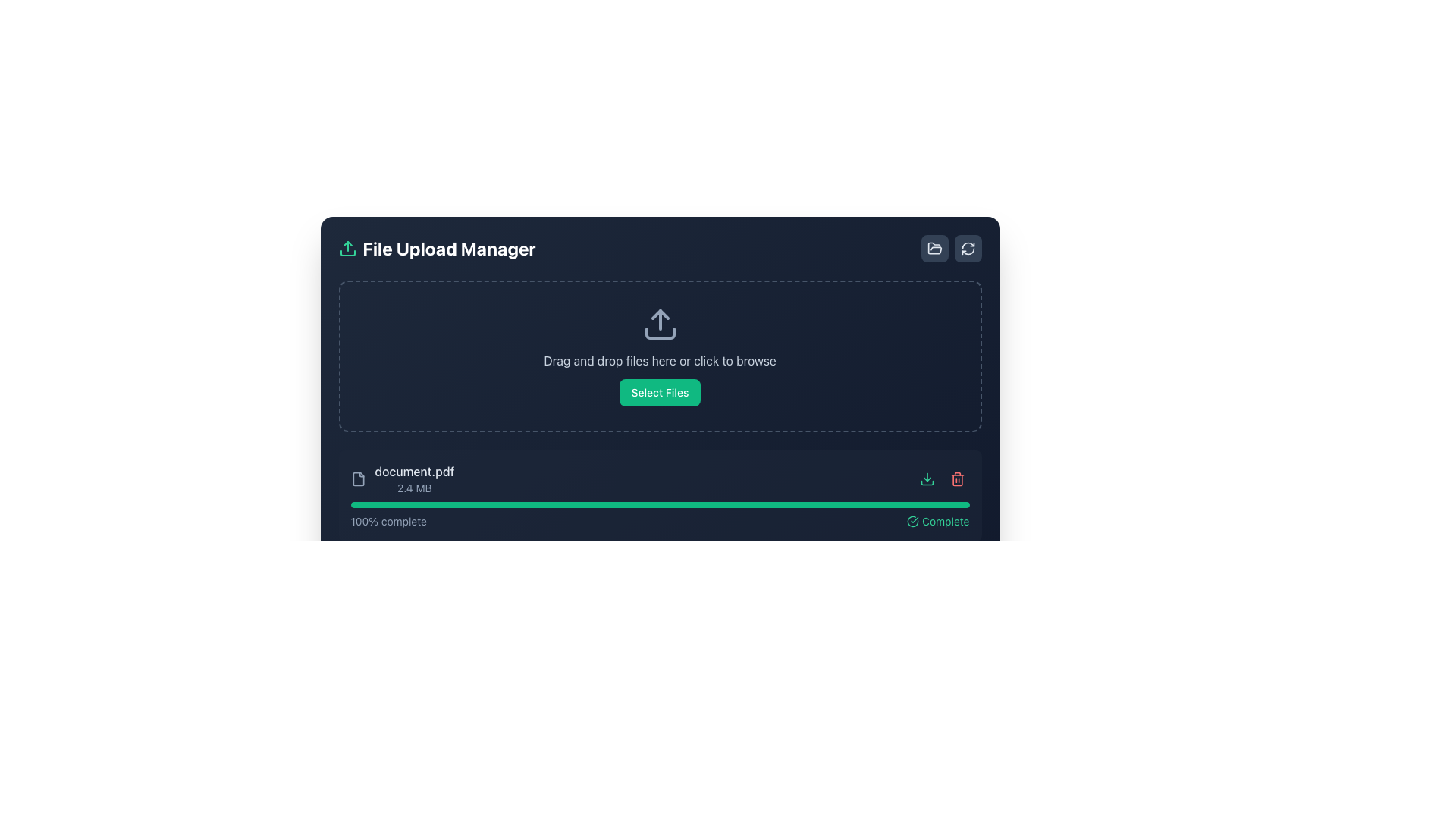 This screenshot has height=819, width=1456. What do you see at coordinates (660, 247) in the screenshot?
I see `the header of the File Upload Manager interface, which includes icons and a title text, from its current position` at bounding box center [660, 247].